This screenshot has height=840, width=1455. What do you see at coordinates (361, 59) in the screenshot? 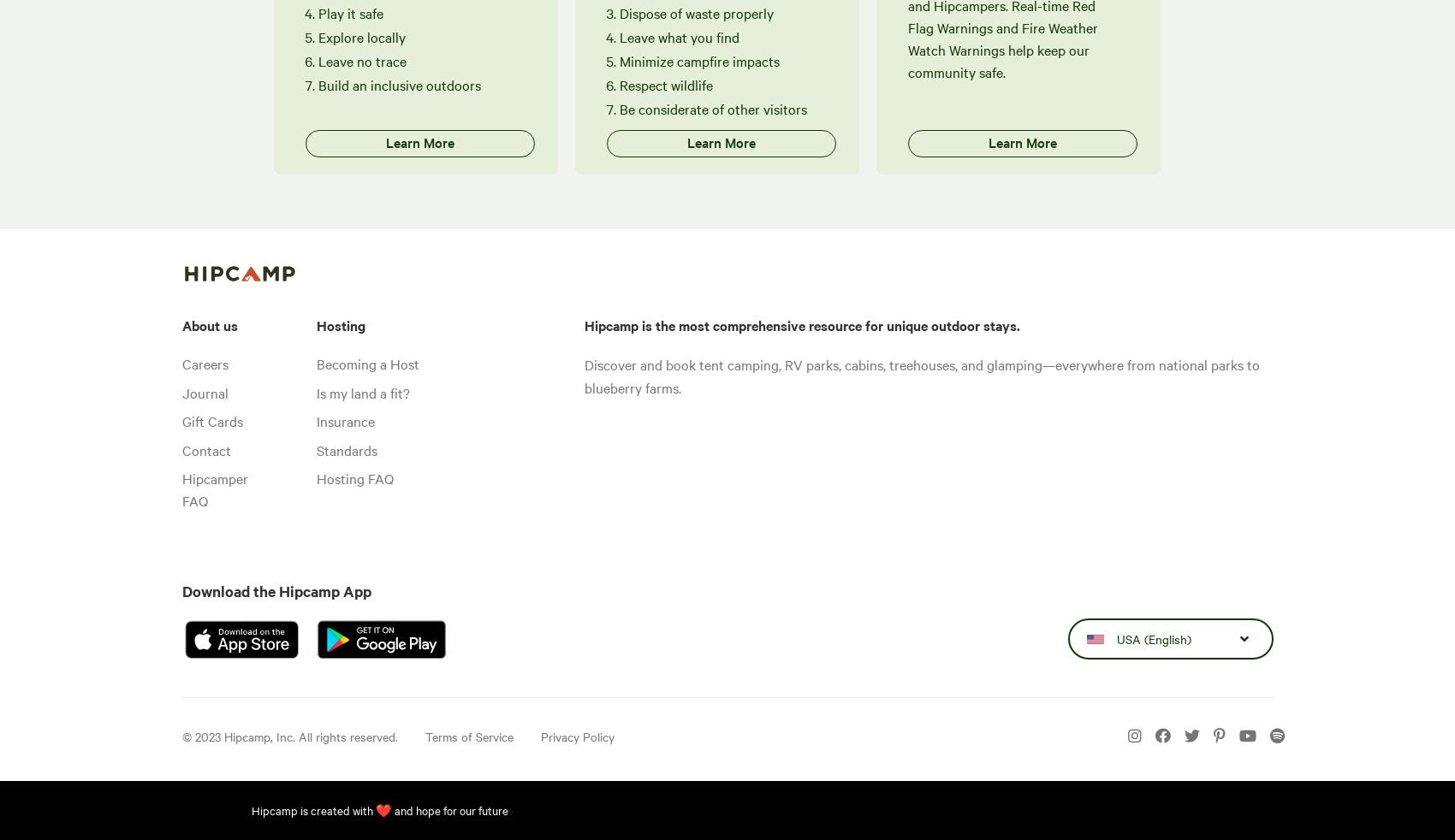
I see `'Leave no trace'` at bounding box center [361, 59].